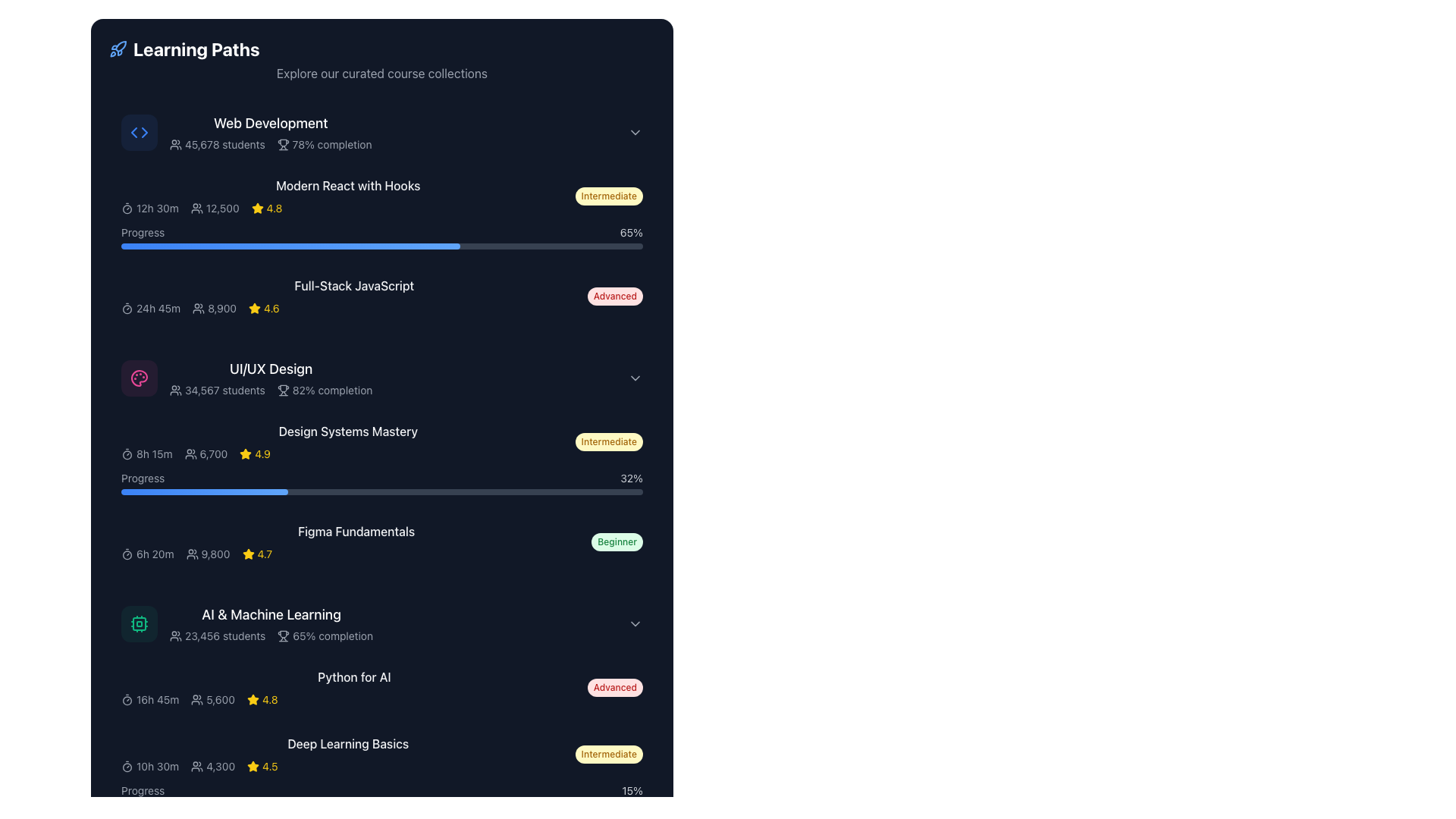 This screenshot has height=819, width=1456. Describe the element at coordinates (382, 687) in the screenshot. I see `the badge in the first course listing entry under the 'AI & Machine Learning' section for more information about difficulty levels` at that location.